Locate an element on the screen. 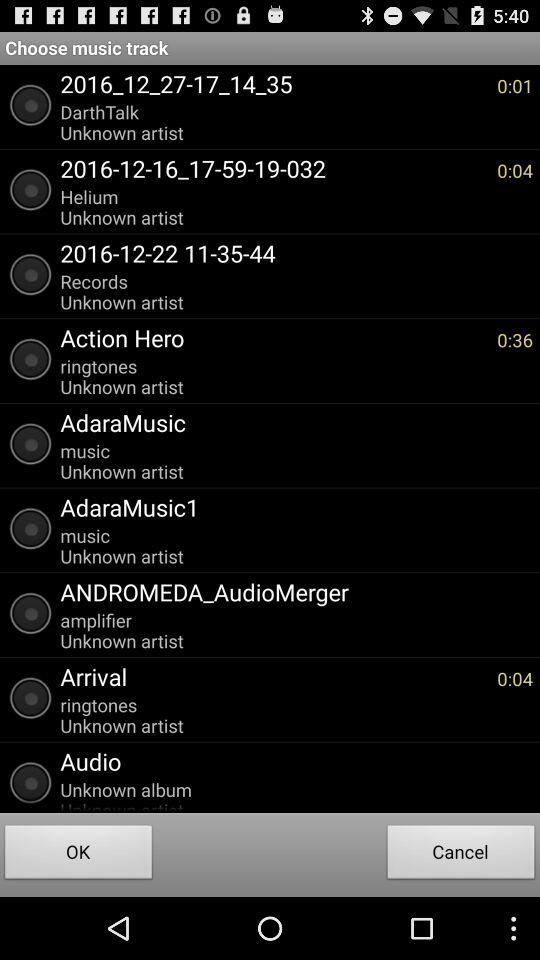  the icon below unknown album unknown app is located at coordinates (461, 853).